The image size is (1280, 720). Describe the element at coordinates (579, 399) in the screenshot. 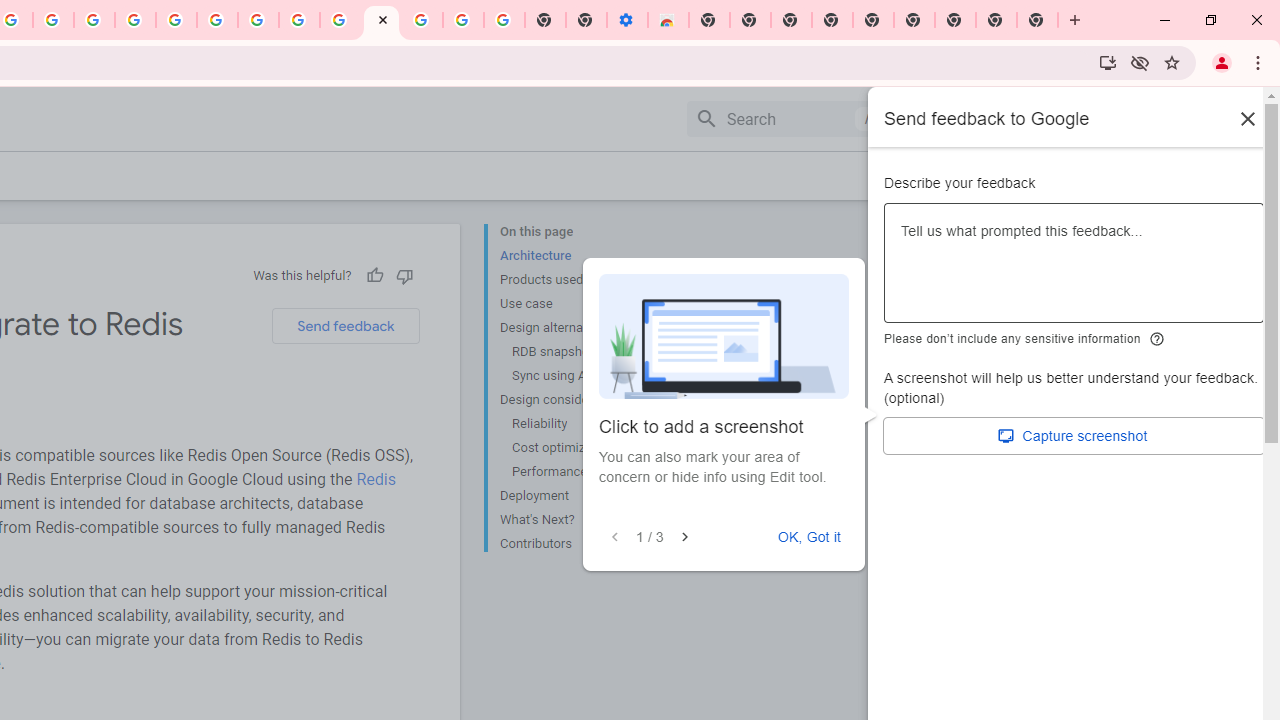

I see `'Design considerations'` at that location.